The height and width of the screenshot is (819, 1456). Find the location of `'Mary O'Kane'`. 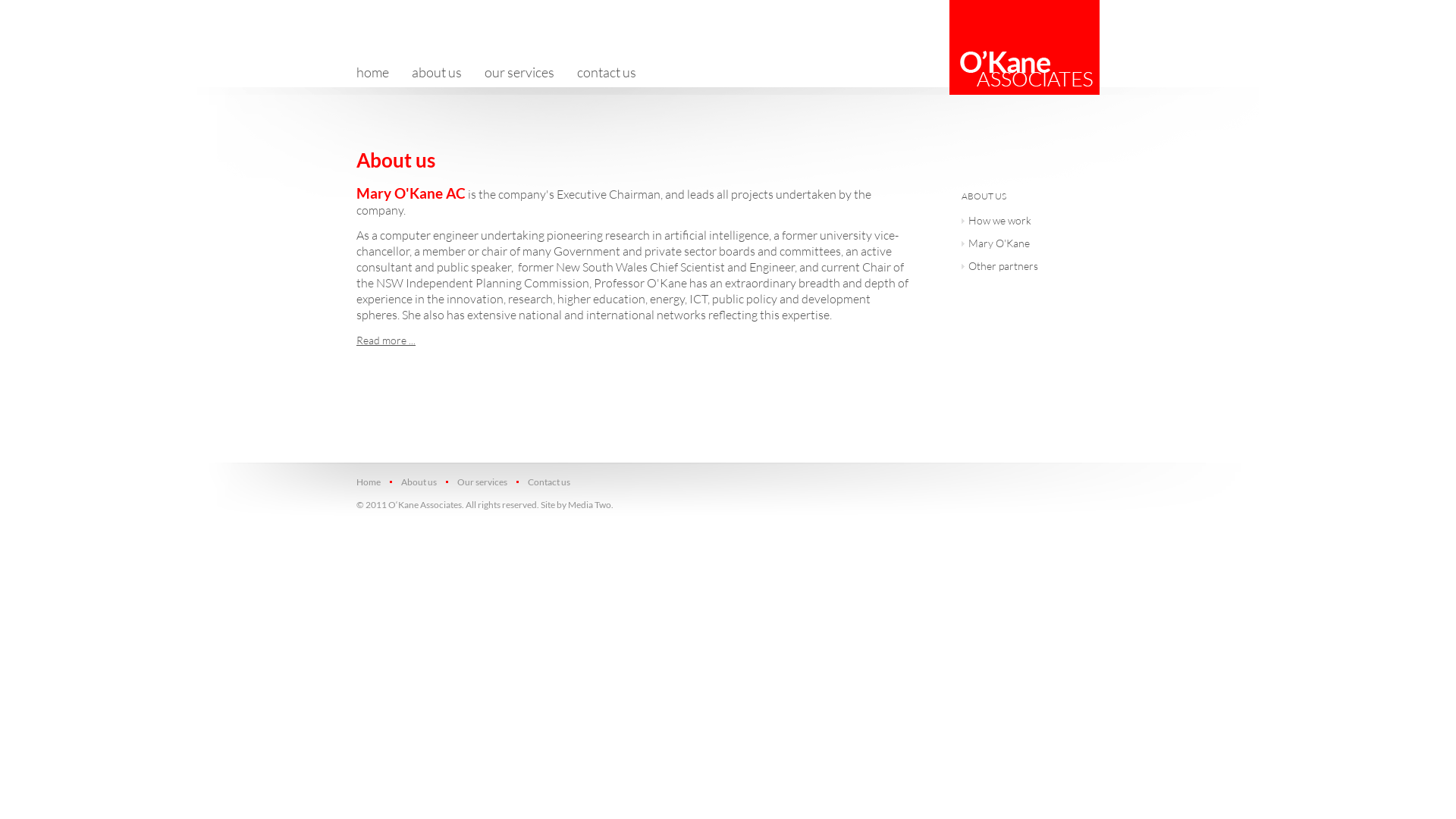

'Mary O'Kane' is located at coordinates (1024, 244).